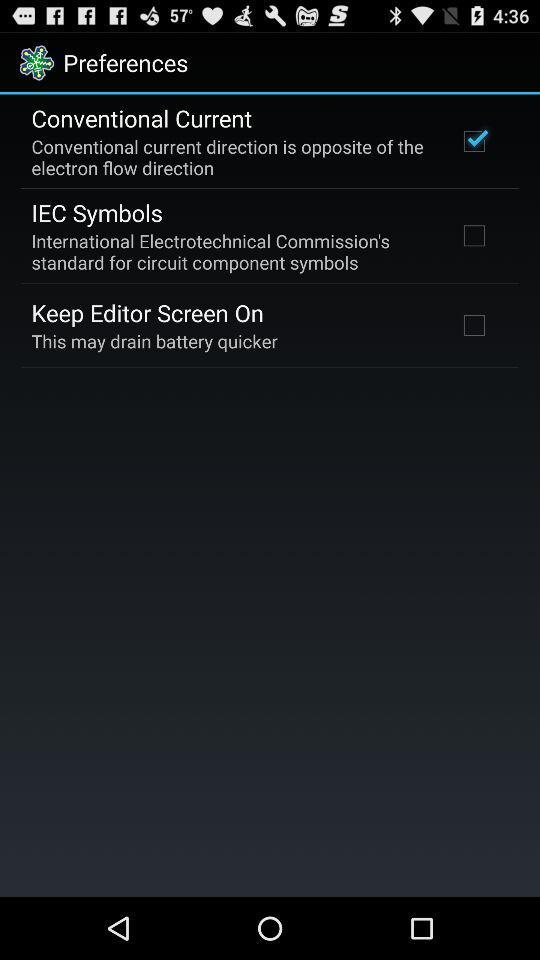 The image size is (540, 960). I want to click on the international electrotechnical commission app, so click(230, 250).